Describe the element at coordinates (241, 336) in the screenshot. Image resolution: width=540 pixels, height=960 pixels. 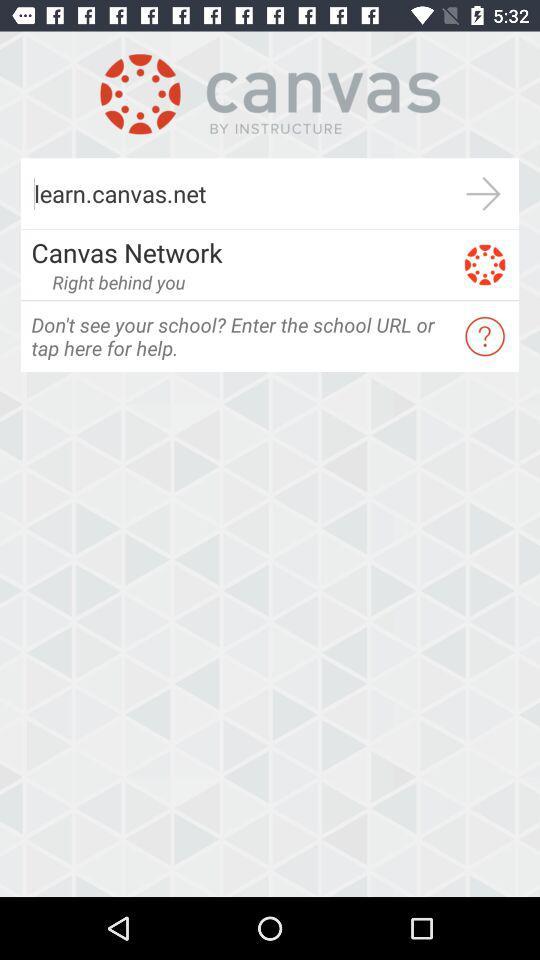
I see `icon at the center` at that location.